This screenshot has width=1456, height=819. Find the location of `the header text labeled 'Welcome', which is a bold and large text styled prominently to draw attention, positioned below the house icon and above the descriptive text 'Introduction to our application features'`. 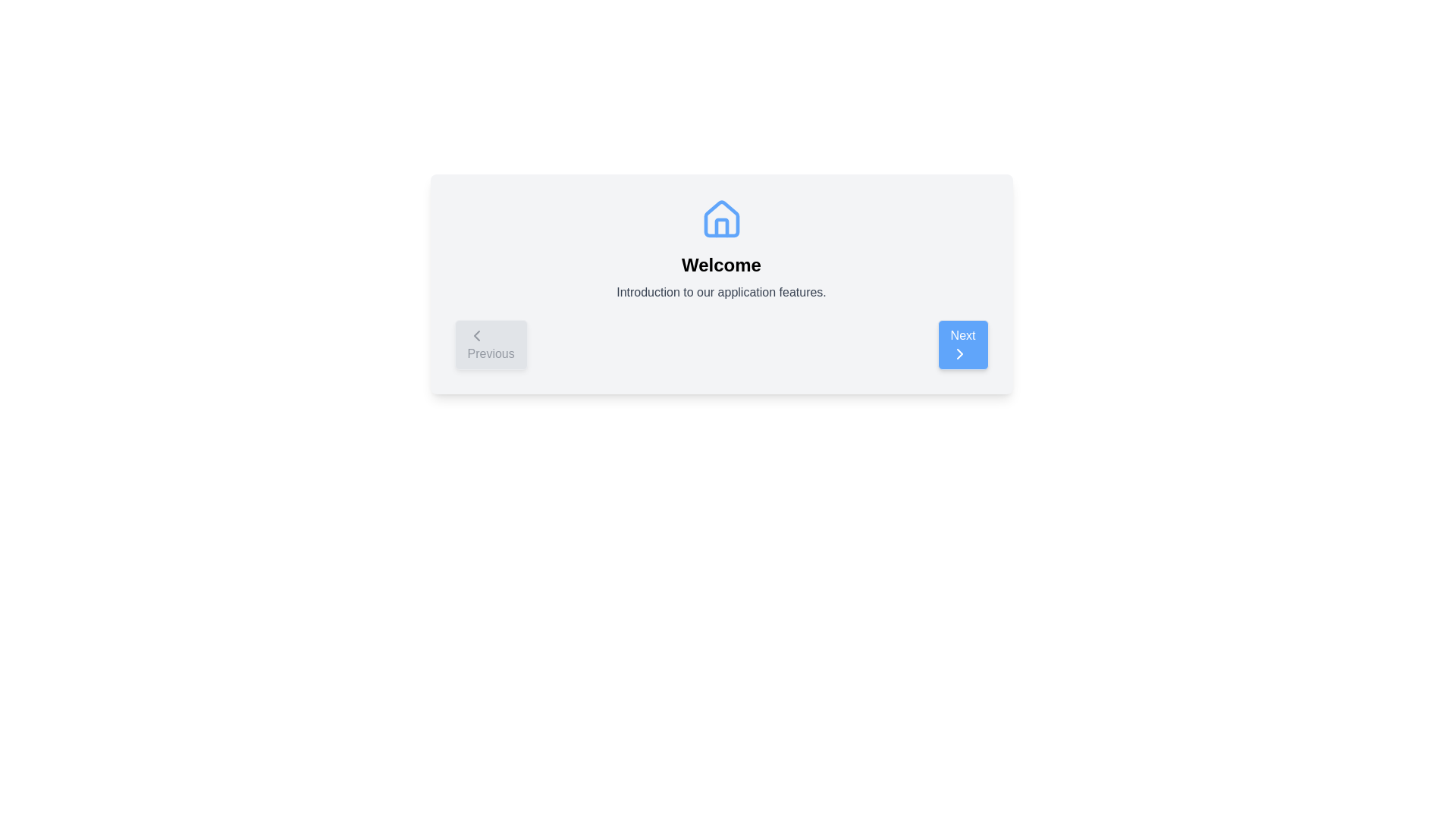

the header text labeled 'Welcome', which is a bold and large text styled prominently to draw attention, positioned below the house icon and above the descriptive text 'Introduction to our application features' is located at coordinates (720, 265).